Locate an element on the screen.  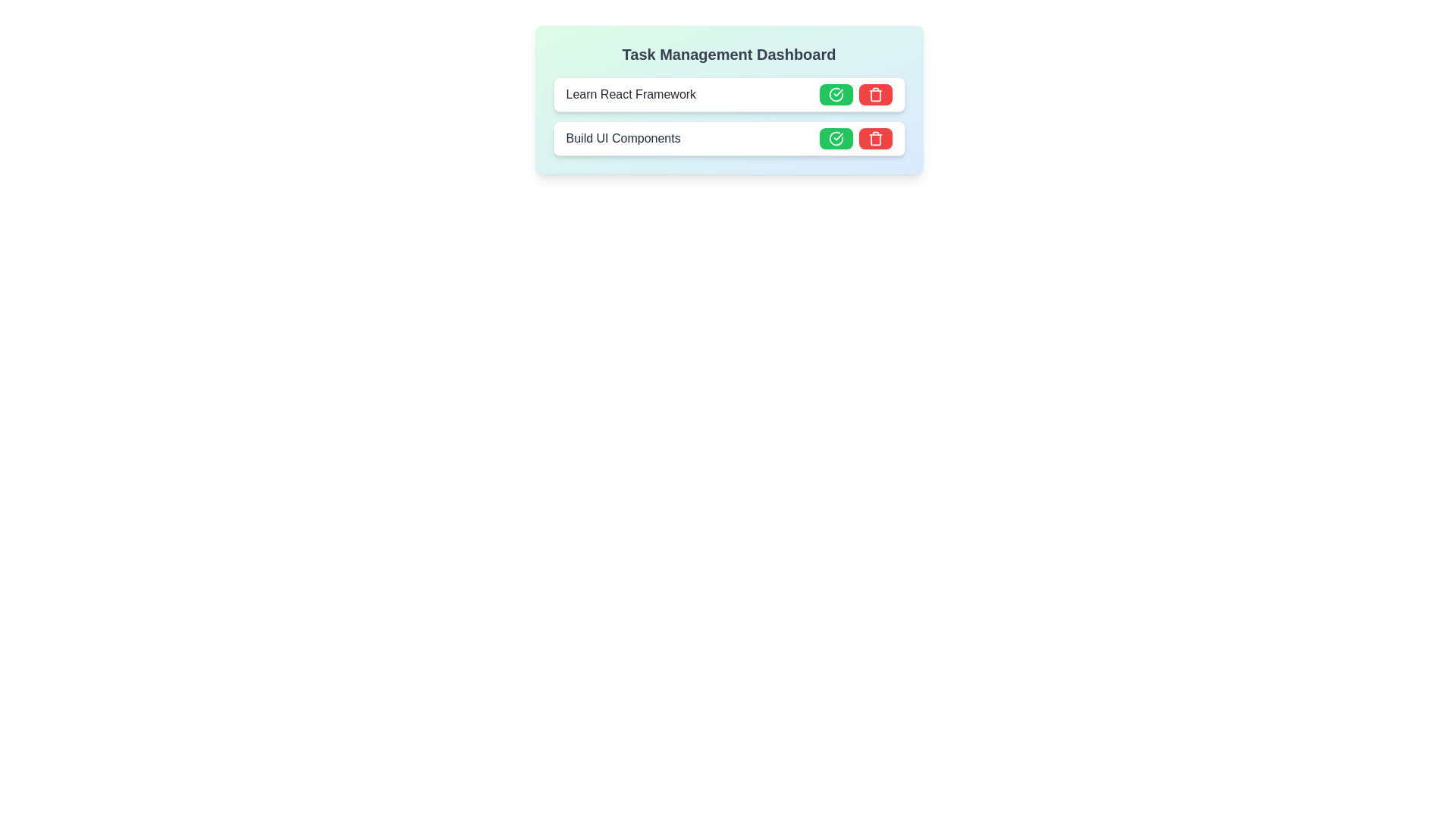
the green circular confirmation icon with a checkmark, located to the right of the text 'Build UI Components' is located at coordinates (835, 94).